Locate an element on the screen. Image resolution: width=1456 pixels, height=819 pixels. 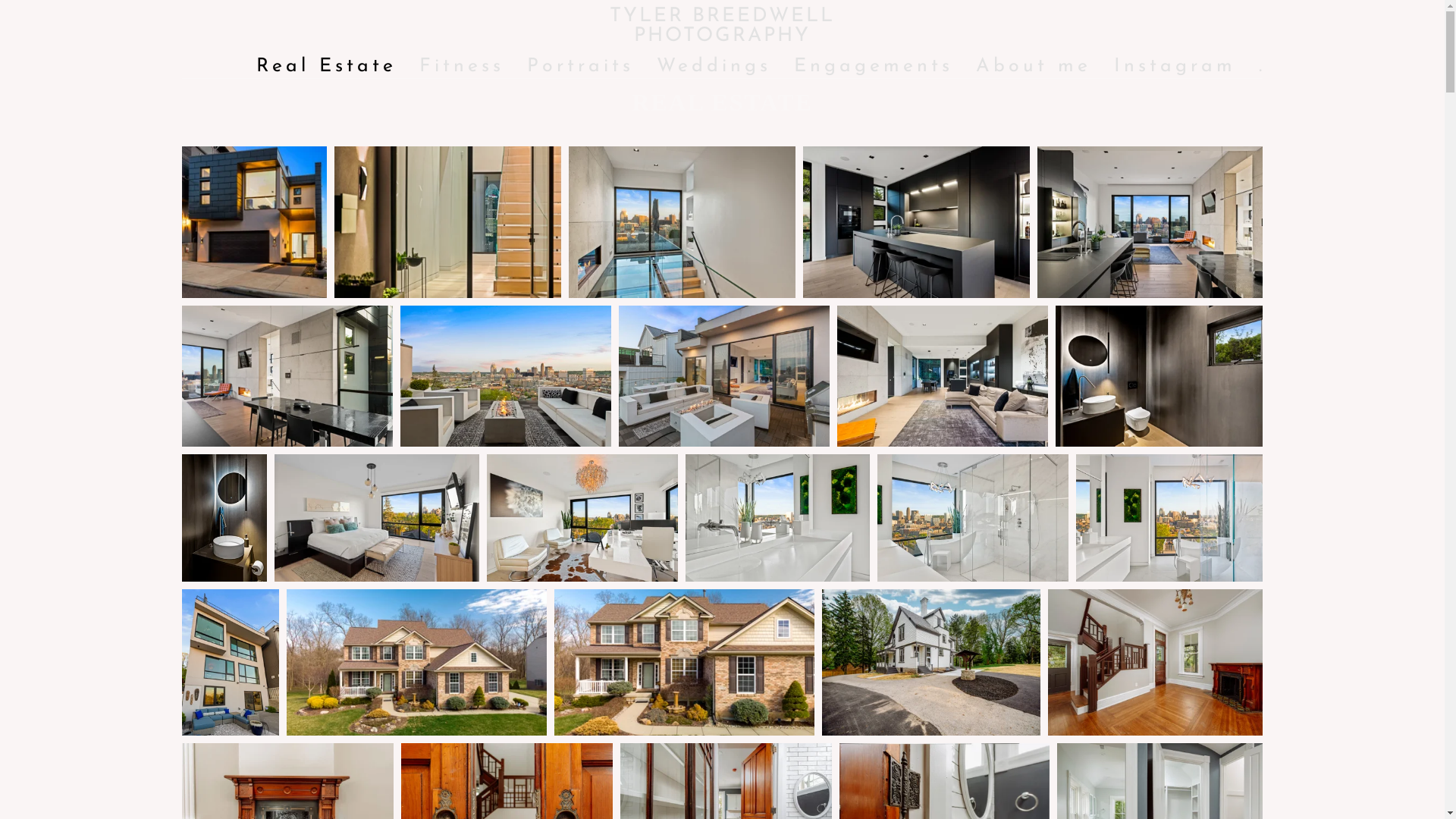
'TYLER BREEDWELL PHOTOGRAPHY' is located at coordinates (720, 26).